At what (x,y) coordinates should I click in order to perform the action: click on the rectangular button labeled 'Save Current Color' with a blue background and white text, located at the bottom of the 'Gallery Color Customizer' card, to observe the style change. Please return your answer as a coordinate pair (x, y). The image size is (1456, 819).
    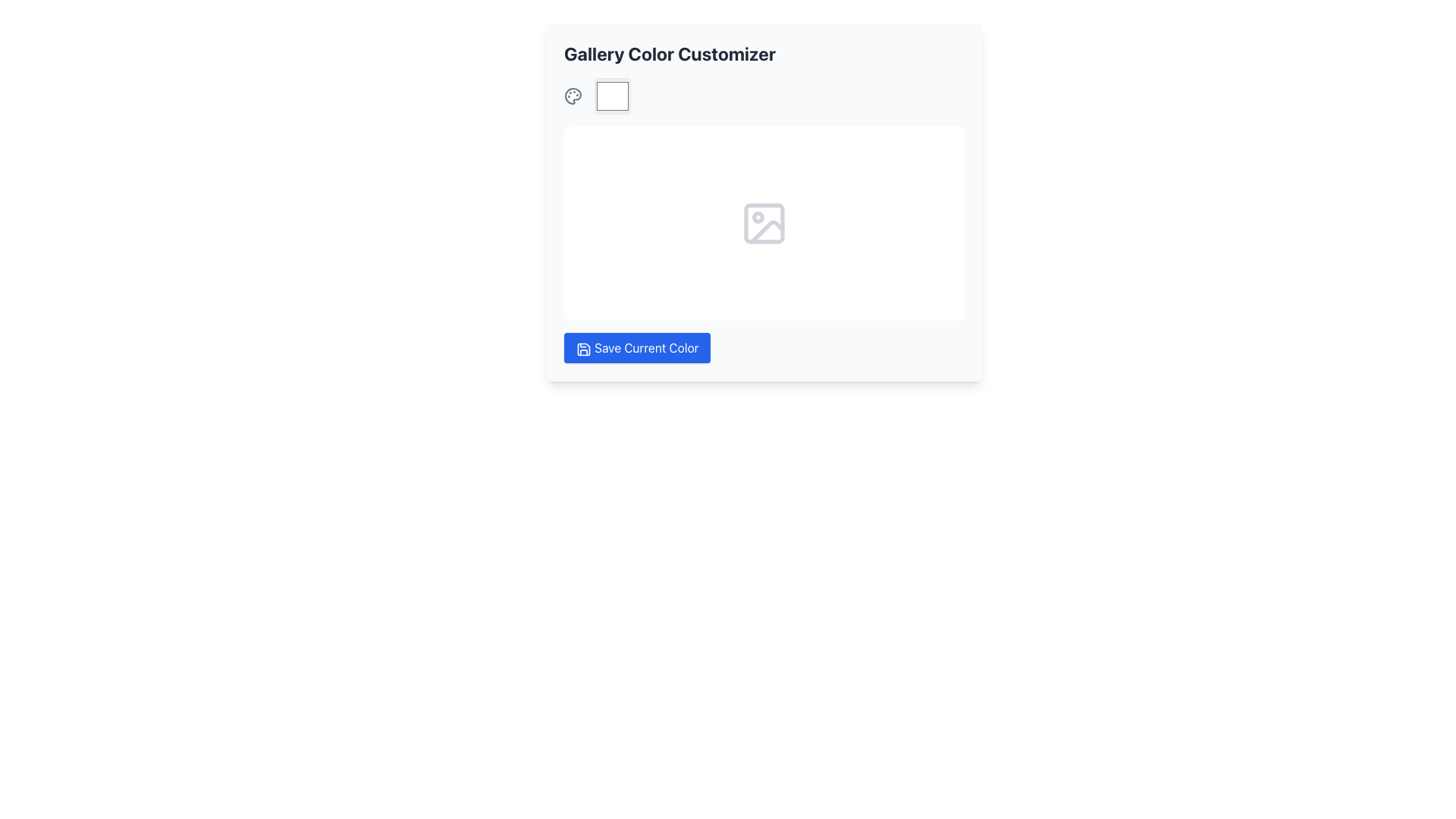
    Looking at the image, I should click on (637, 348).